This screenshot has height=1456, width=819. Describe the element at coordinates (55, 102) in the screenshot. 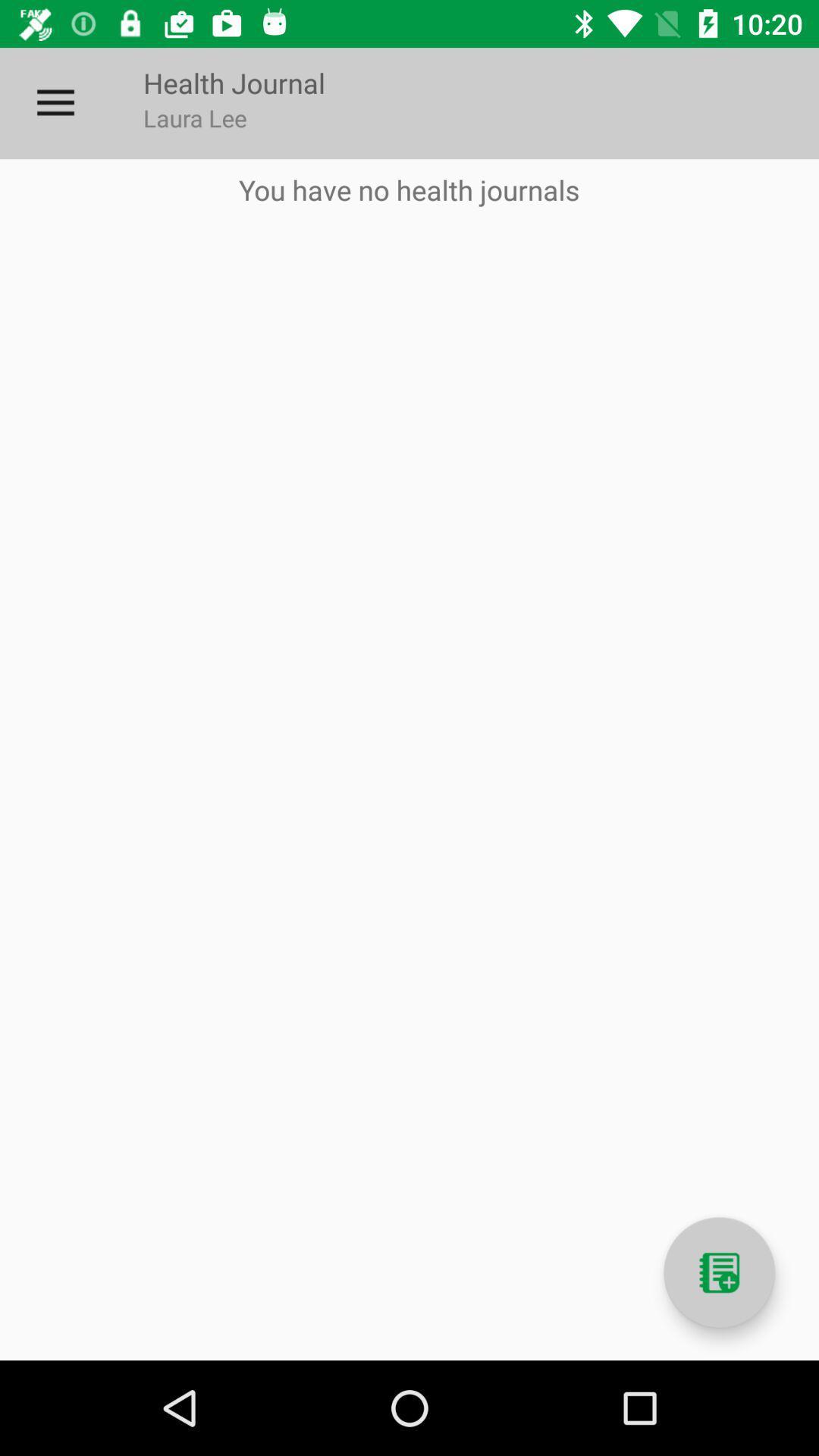

I see `the icon next to health journal item` at that location.